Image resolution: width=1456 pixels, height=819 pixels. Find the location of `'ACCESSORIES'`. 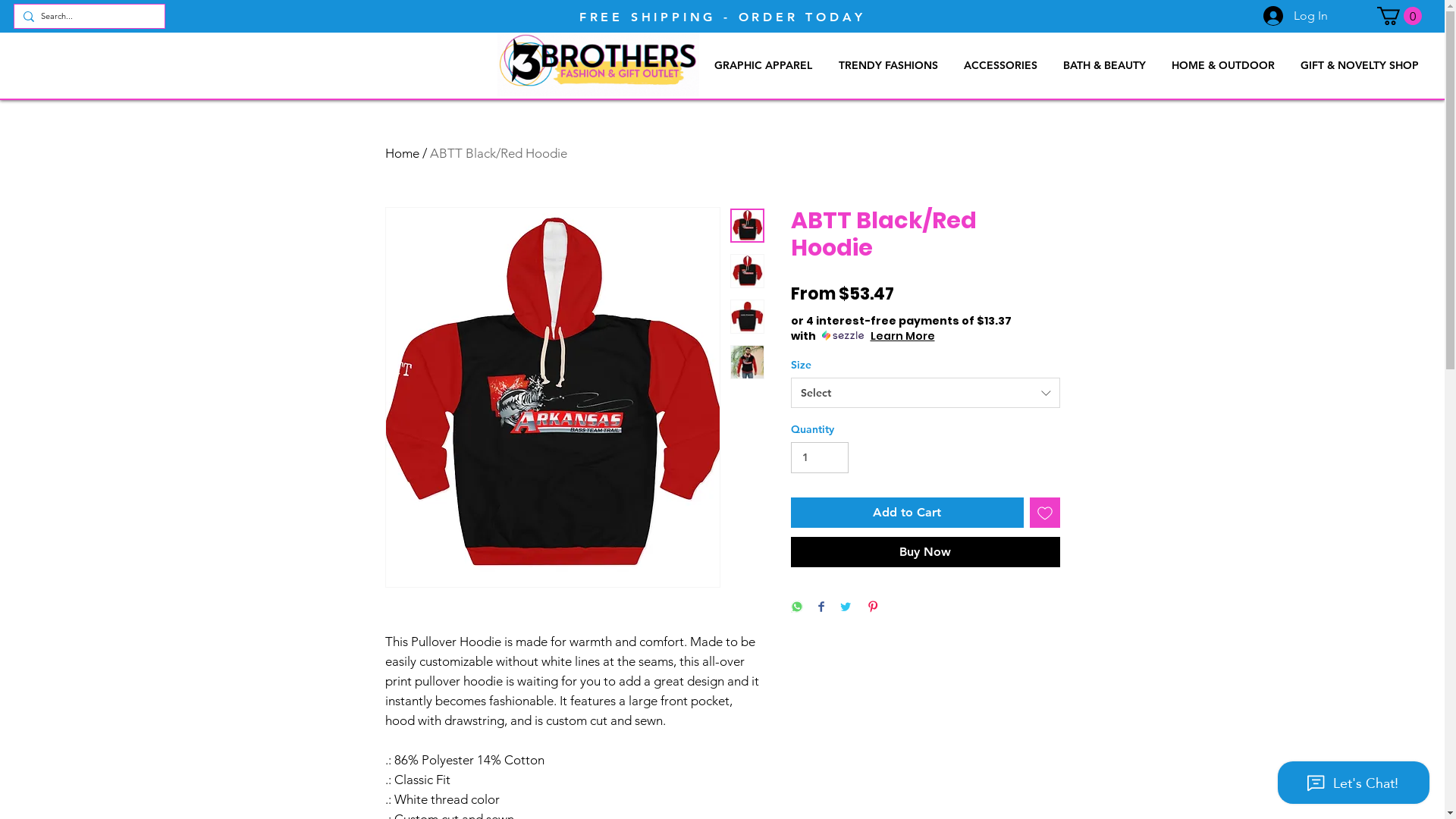

'ACCESSORIES' is located at coordinates (1000, 64).